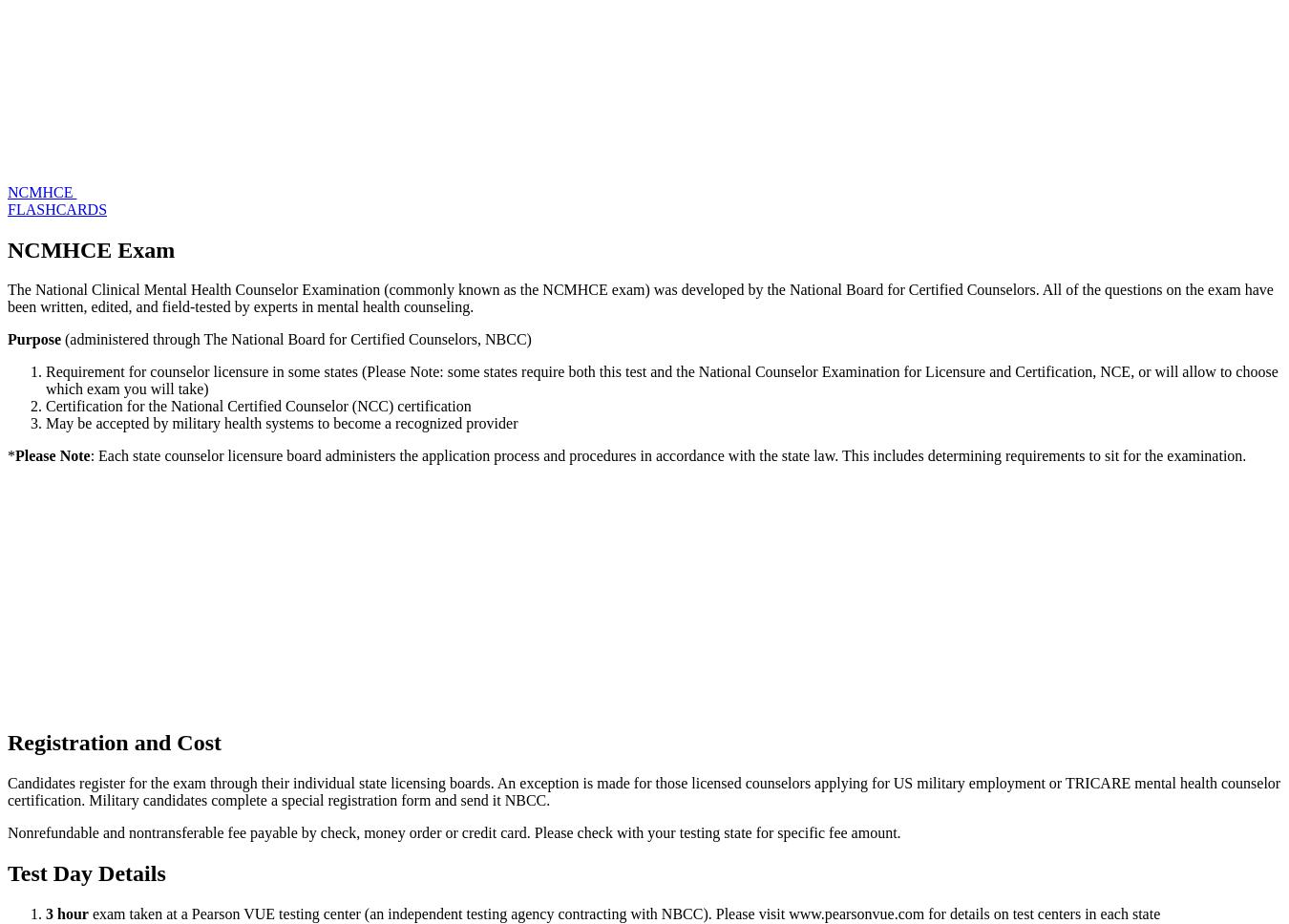  I want to click on 'Test Day Details', so click(85, 872).